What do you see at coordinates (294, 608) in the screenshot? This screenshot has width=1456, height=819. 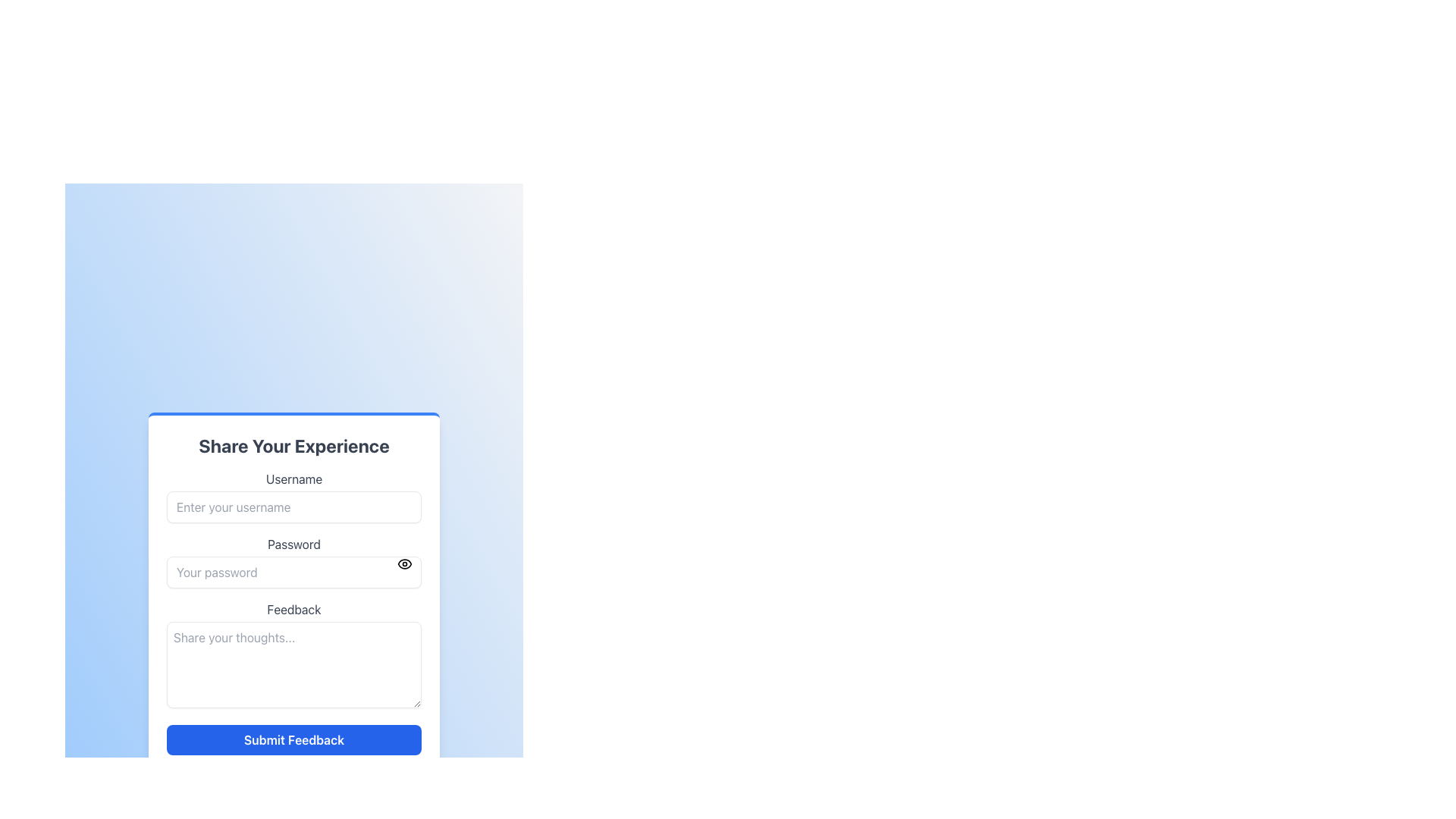 I see `the static text label indicating the purpose of the input field for comments or feedback, located near the bottom of the panel` at bounding box center [294, 608].